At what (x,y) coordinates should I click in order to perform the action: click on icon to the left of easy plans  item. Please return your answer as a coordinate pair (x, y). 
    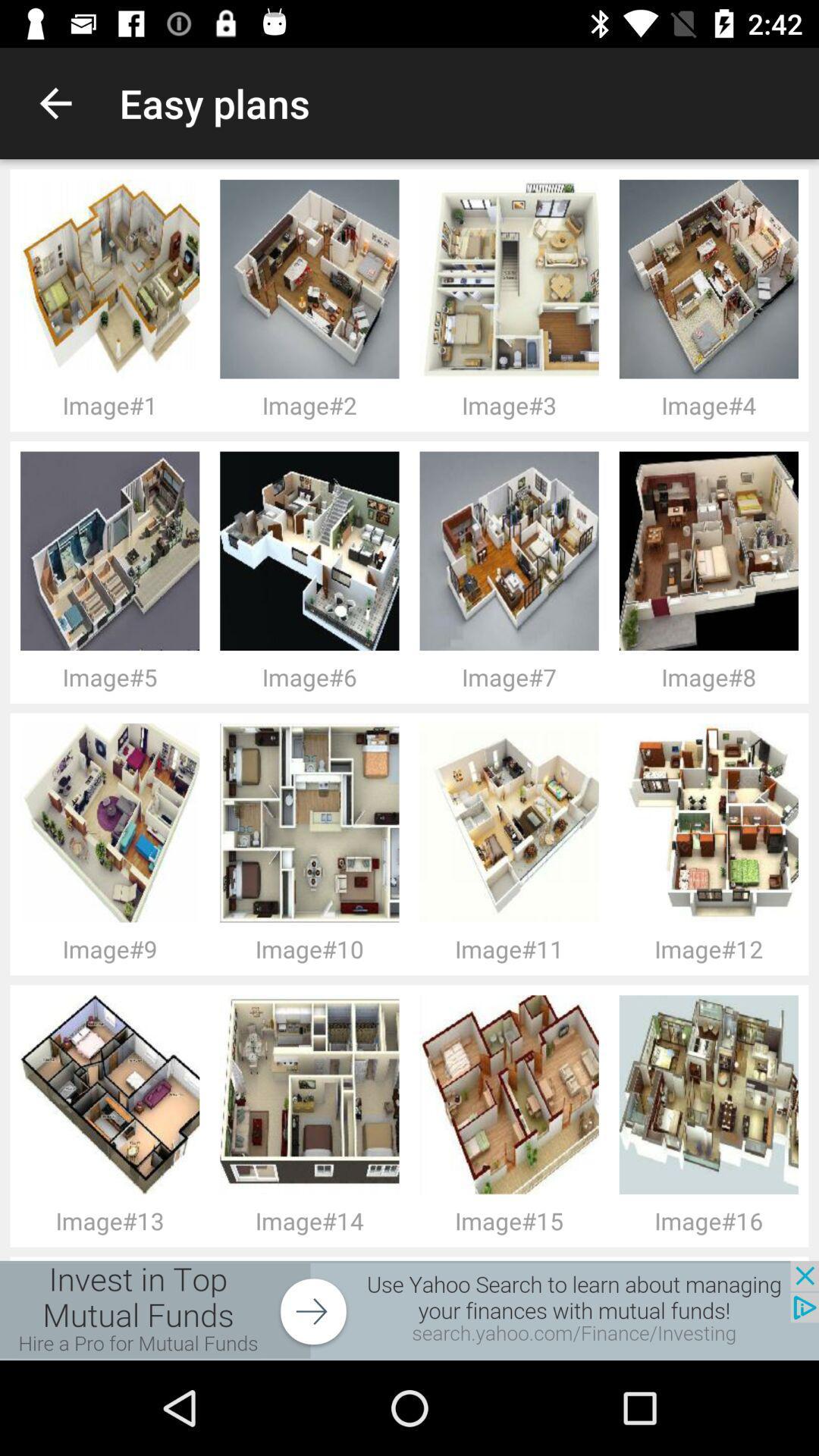
    Looking at the image, I should click on (55, 102).